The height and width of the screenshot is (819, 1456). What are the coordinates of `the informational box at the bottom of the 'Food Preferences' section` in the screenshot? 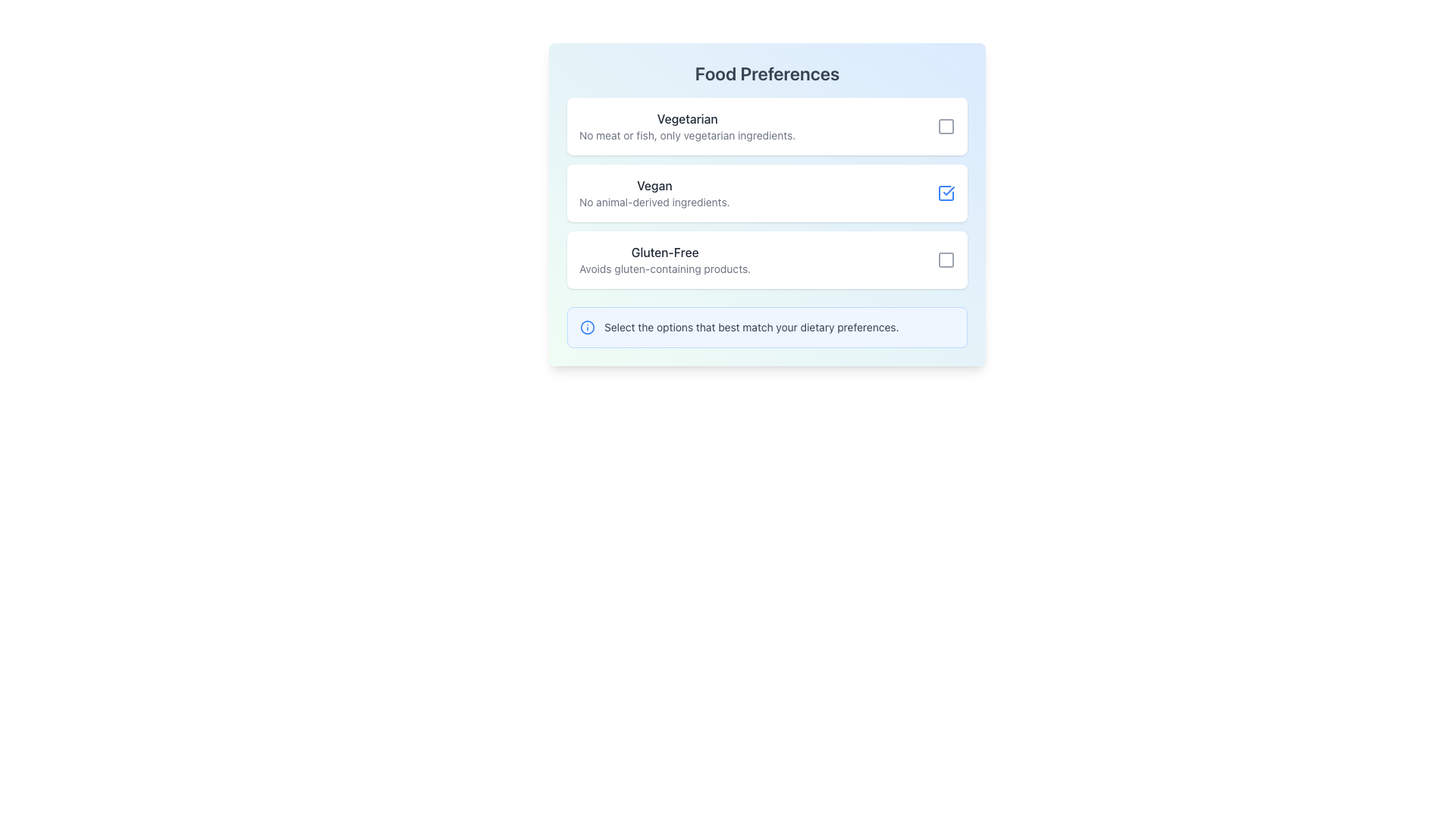 It's located at (767, 327).